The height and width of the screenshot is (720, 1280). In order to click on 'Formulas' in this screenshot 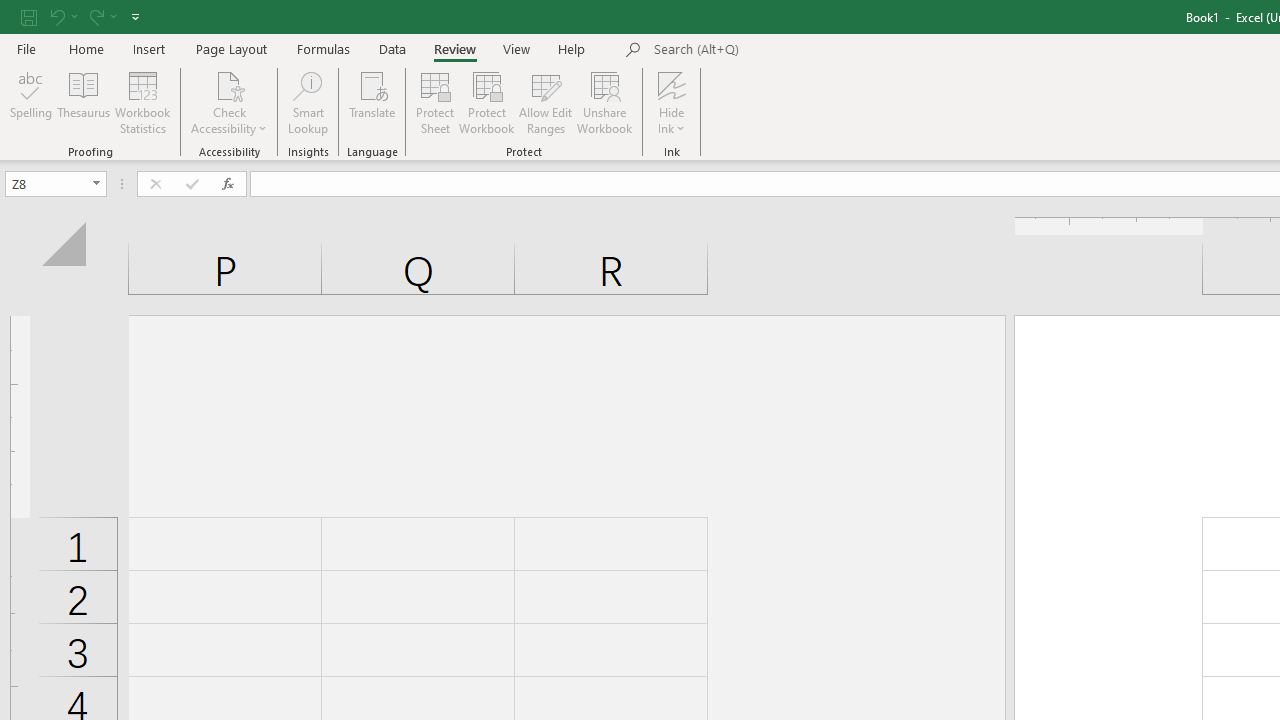, I will do `click(323, 48)`.